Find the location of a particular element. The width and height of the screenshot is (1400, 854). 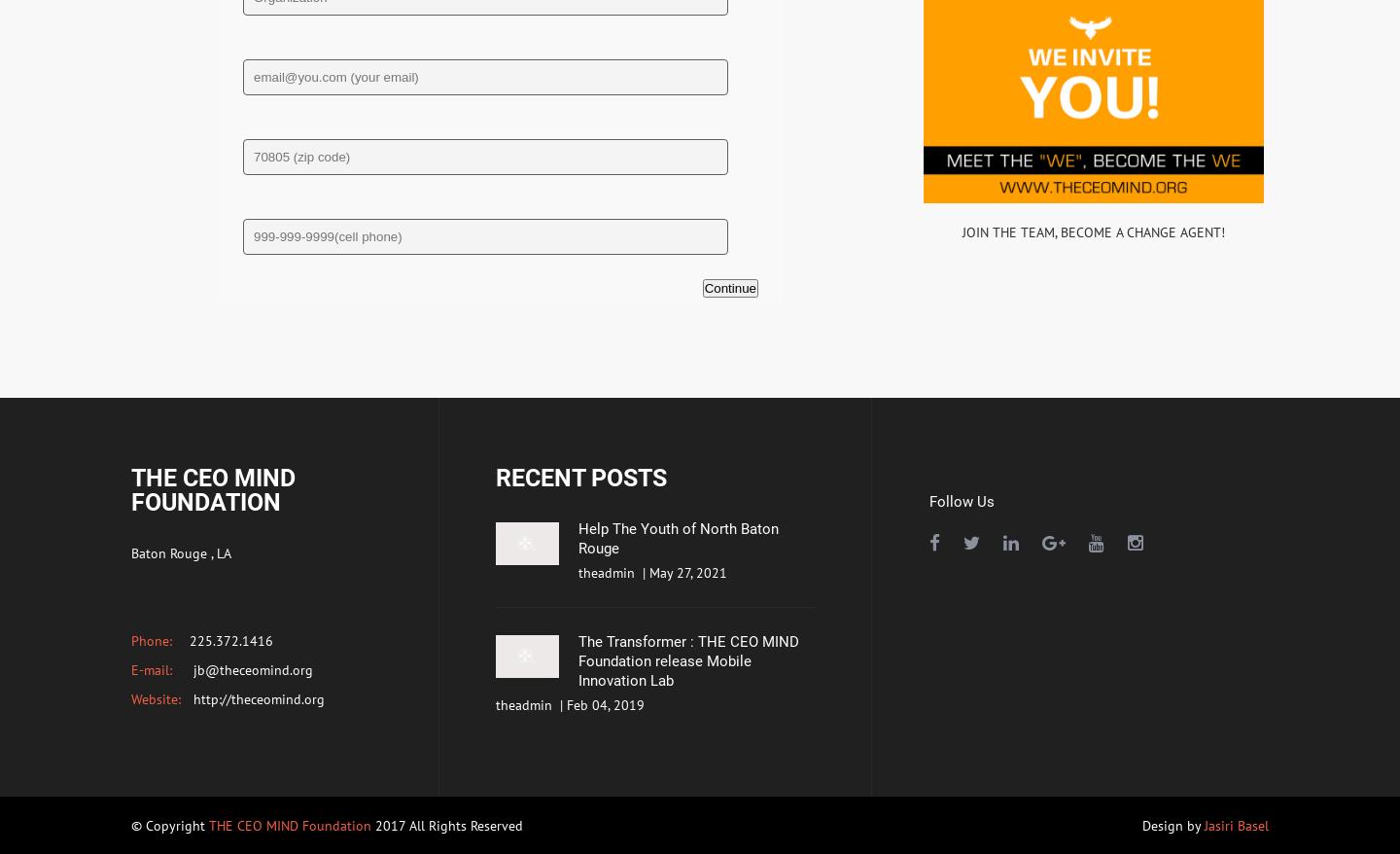

'JOIN THE TEAM, BECOME A CHANGE AGENT!' is located at coordinates (1092, 231).